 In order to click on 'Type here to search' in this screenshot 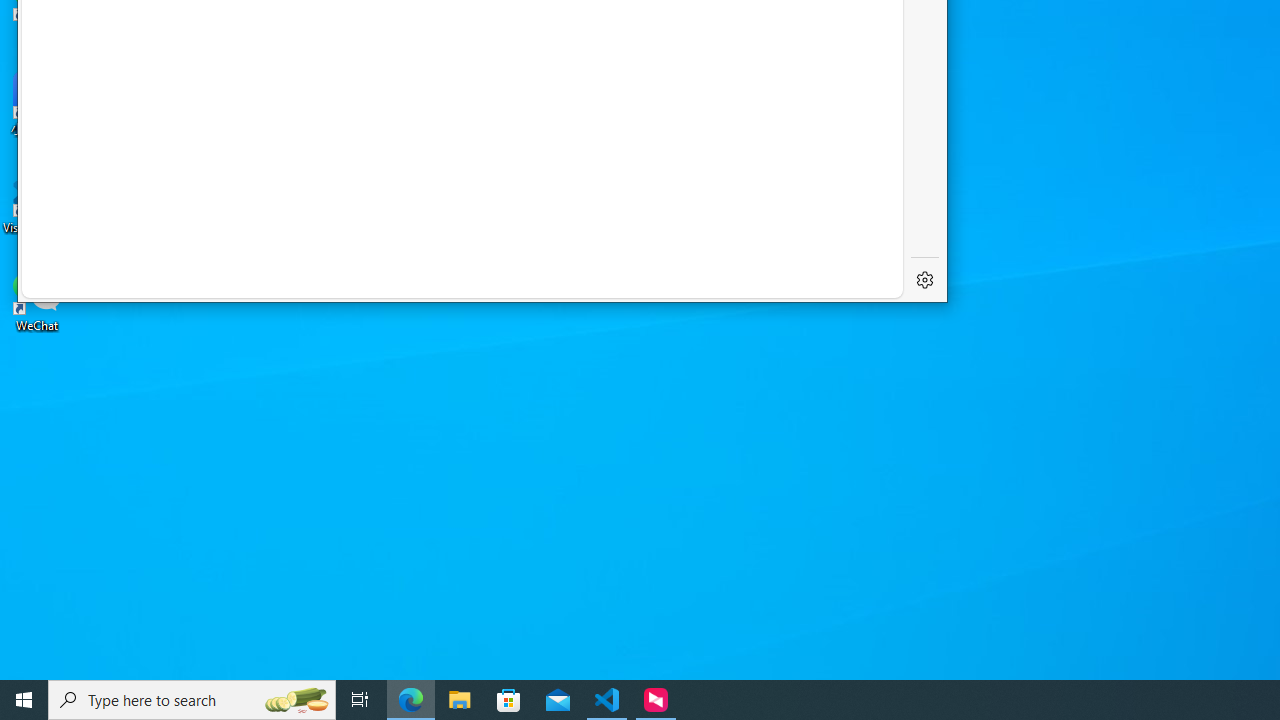, I will do `click(192, 698)`.